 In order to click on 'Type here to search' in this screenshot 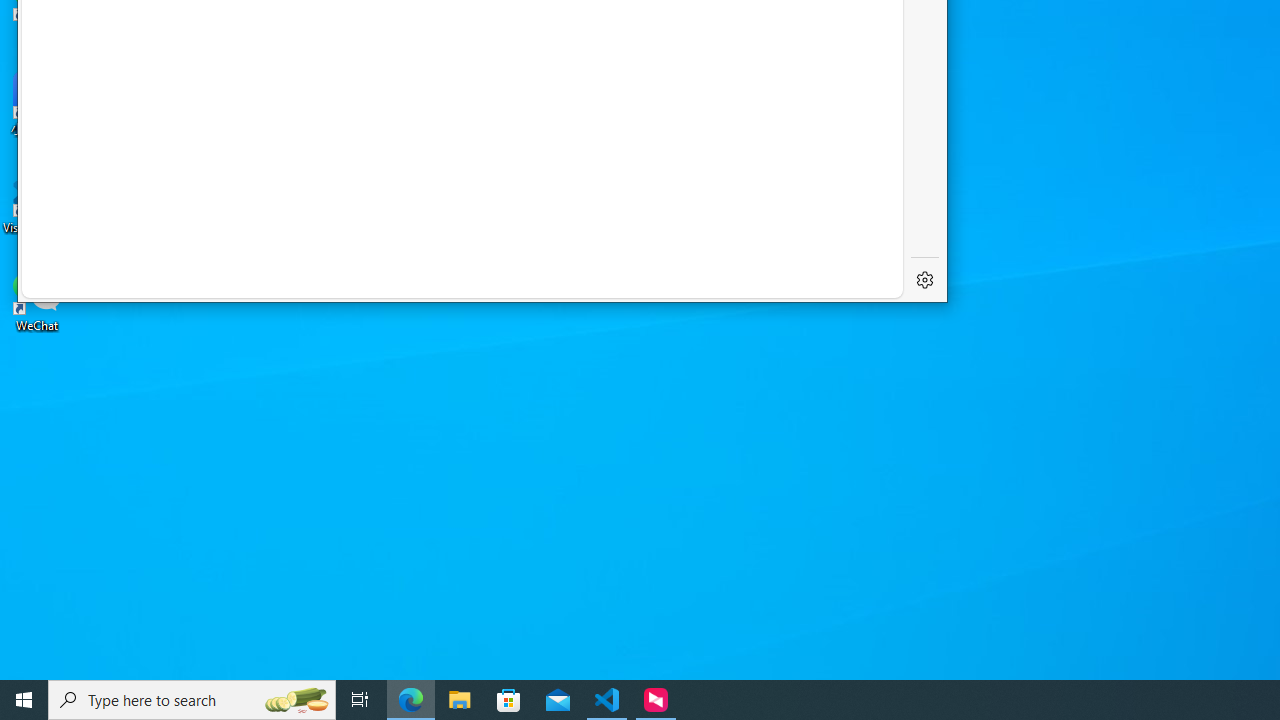, I will do `click(192, 698)`.